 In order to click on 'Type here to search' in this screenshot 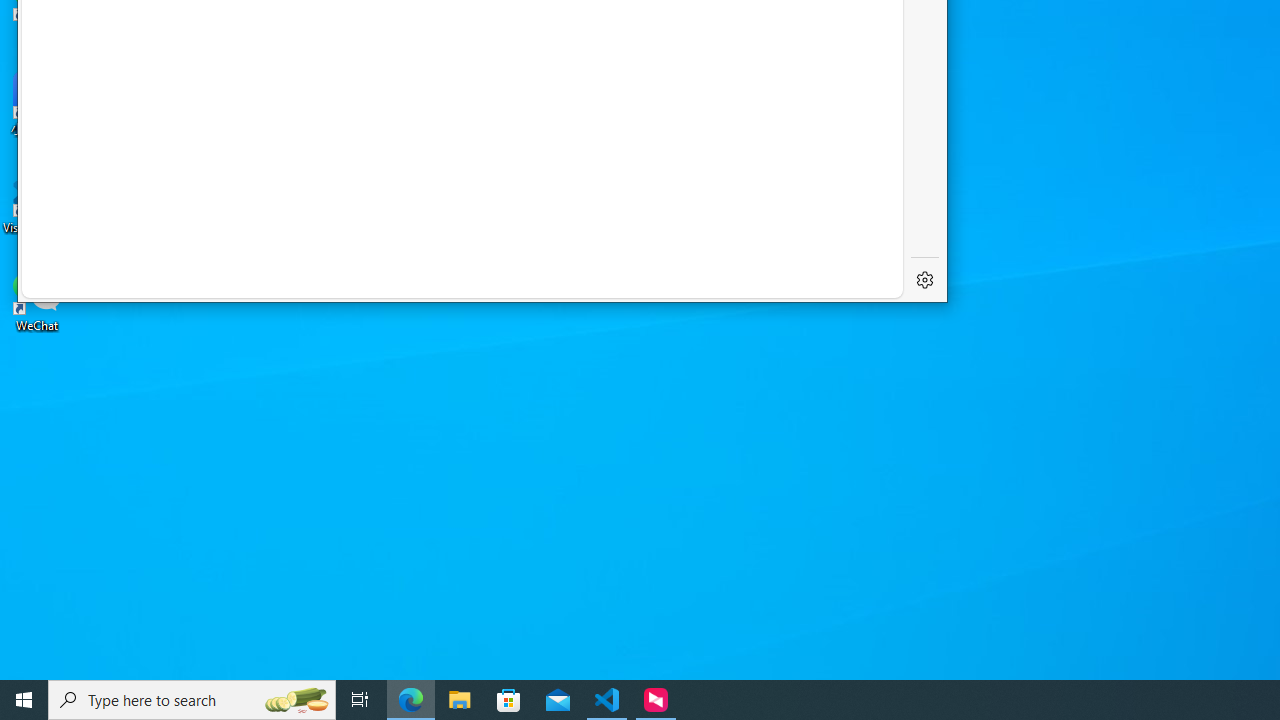, I will do `click(192, 698)`.